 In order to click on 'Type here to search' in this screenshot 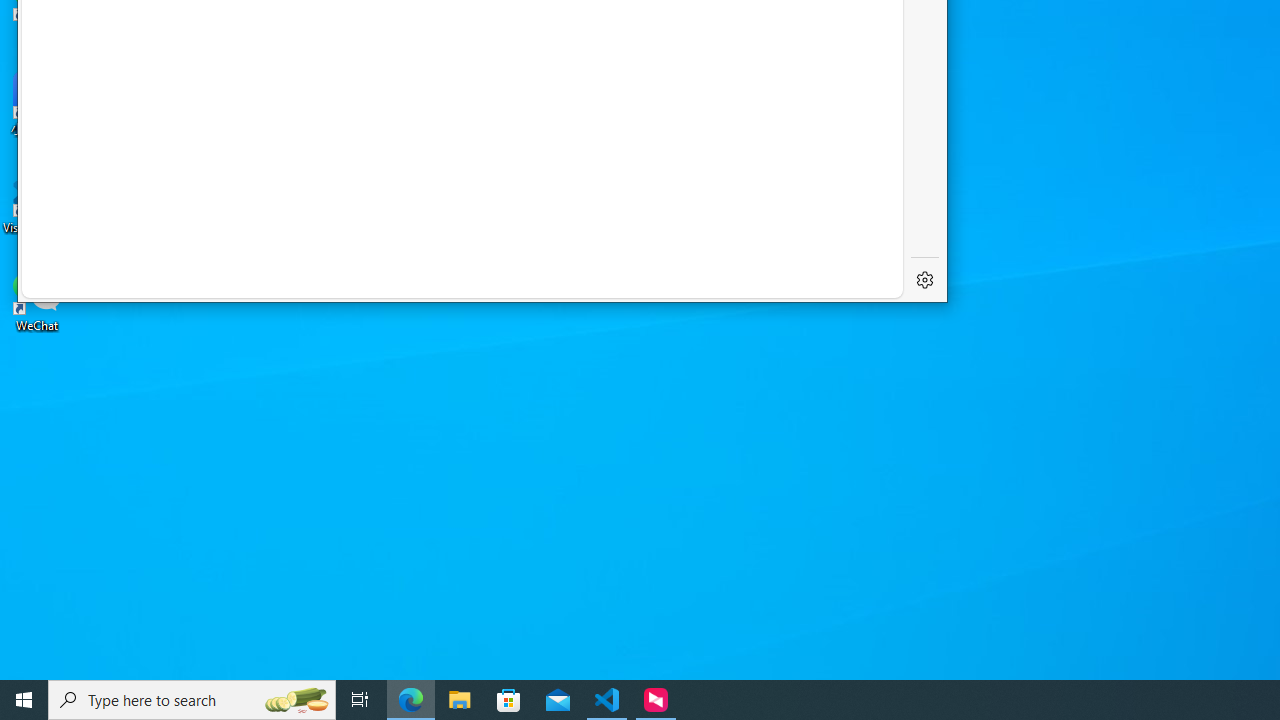, I will do `click(192, 698)`.